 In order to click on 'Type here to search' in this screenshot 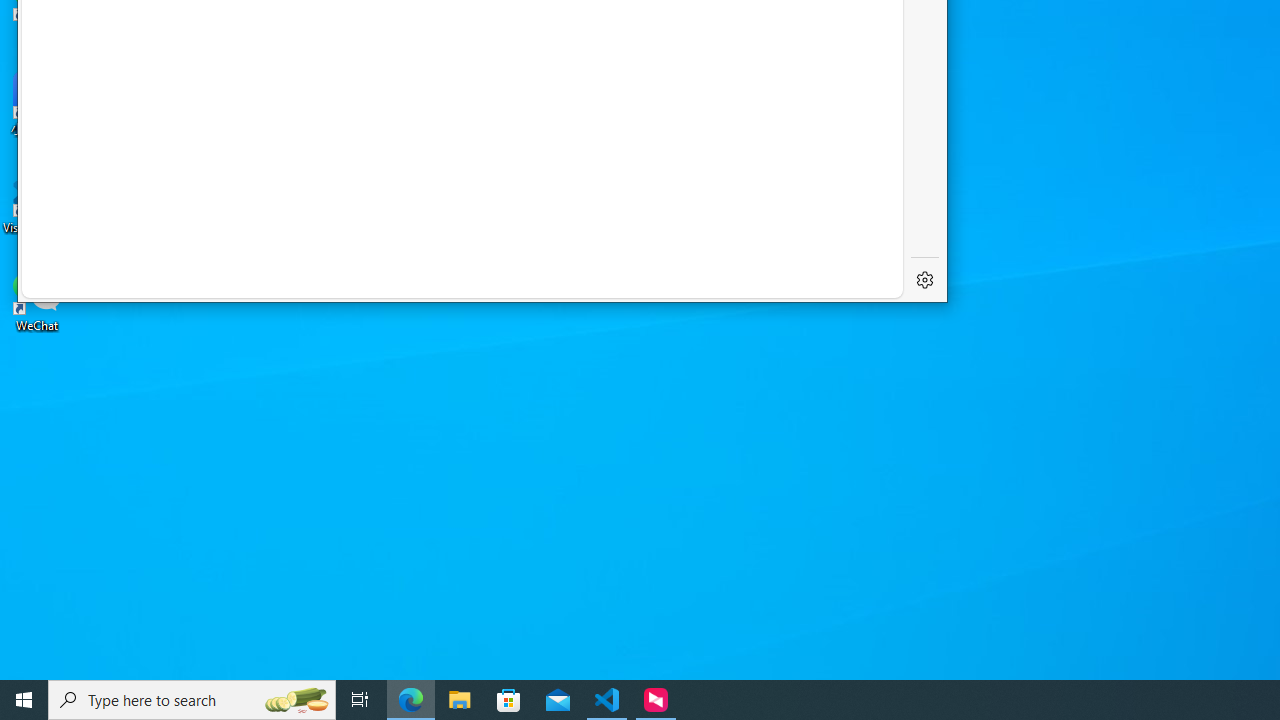, I will do `click(192, 698)`.